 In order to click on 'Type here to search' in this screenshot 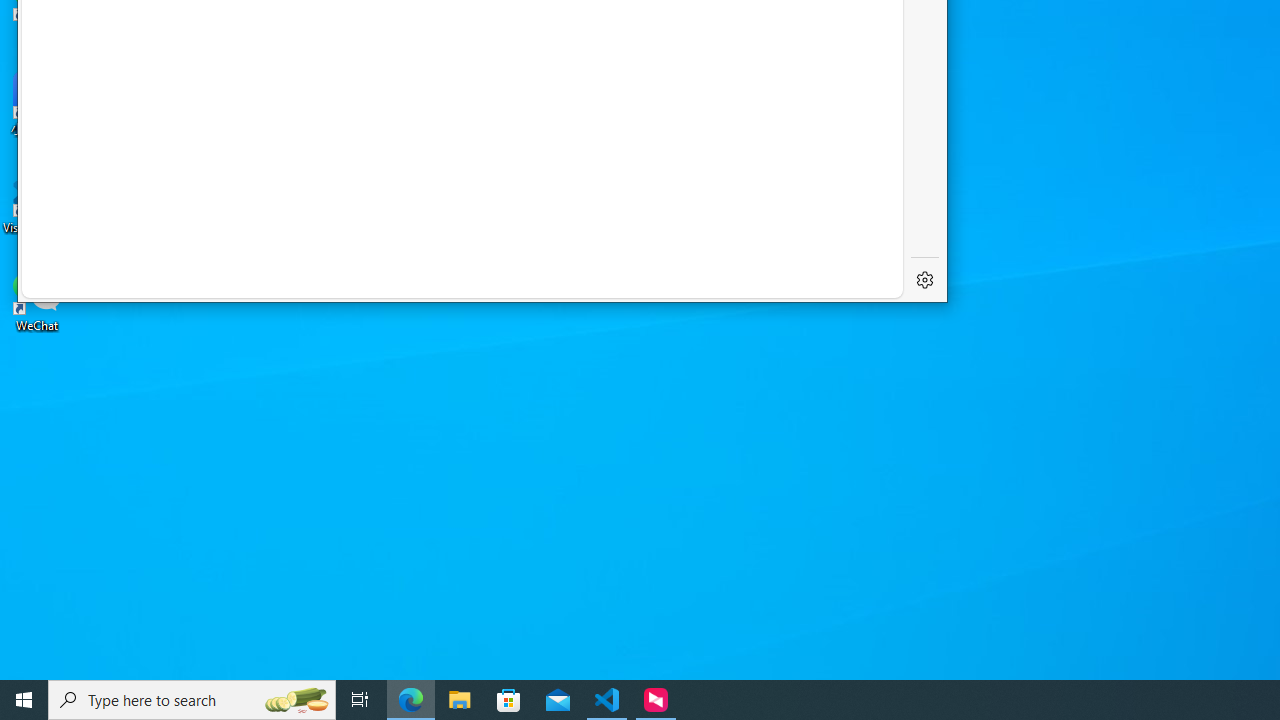, I will do `click(192, 698)`.